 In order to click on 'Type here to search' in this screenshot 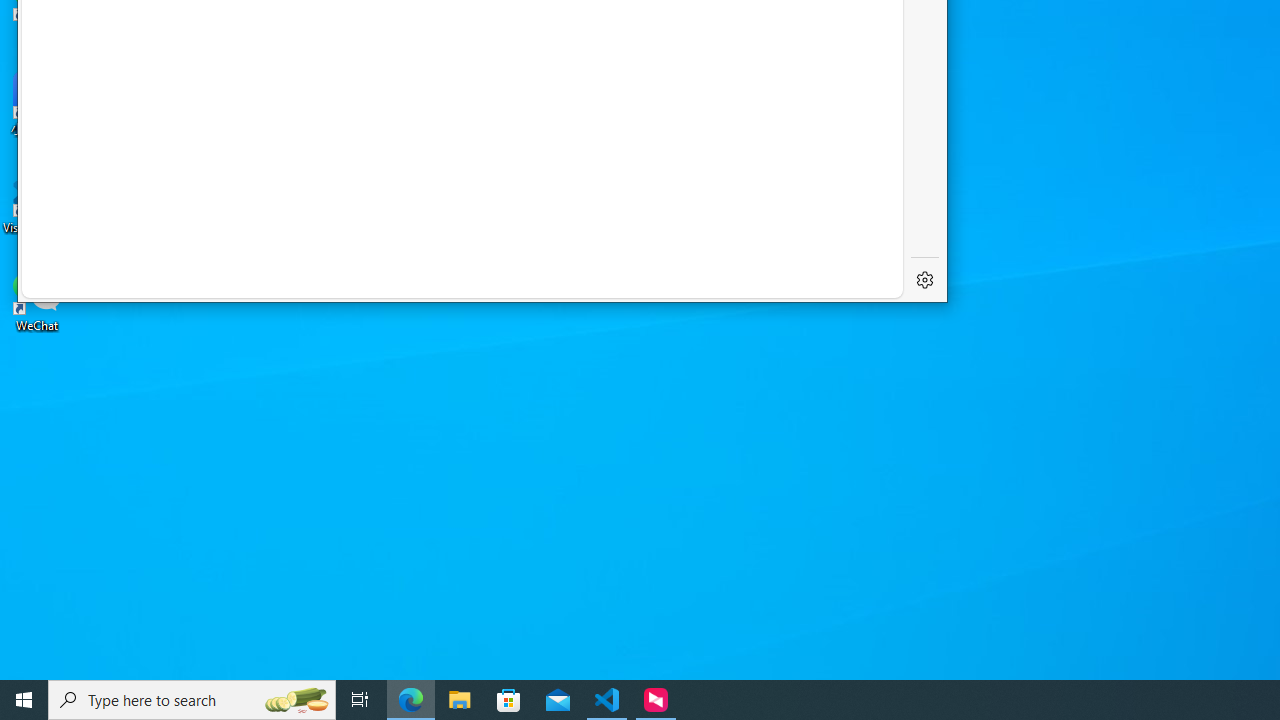, I will do `click(192, 698)`.